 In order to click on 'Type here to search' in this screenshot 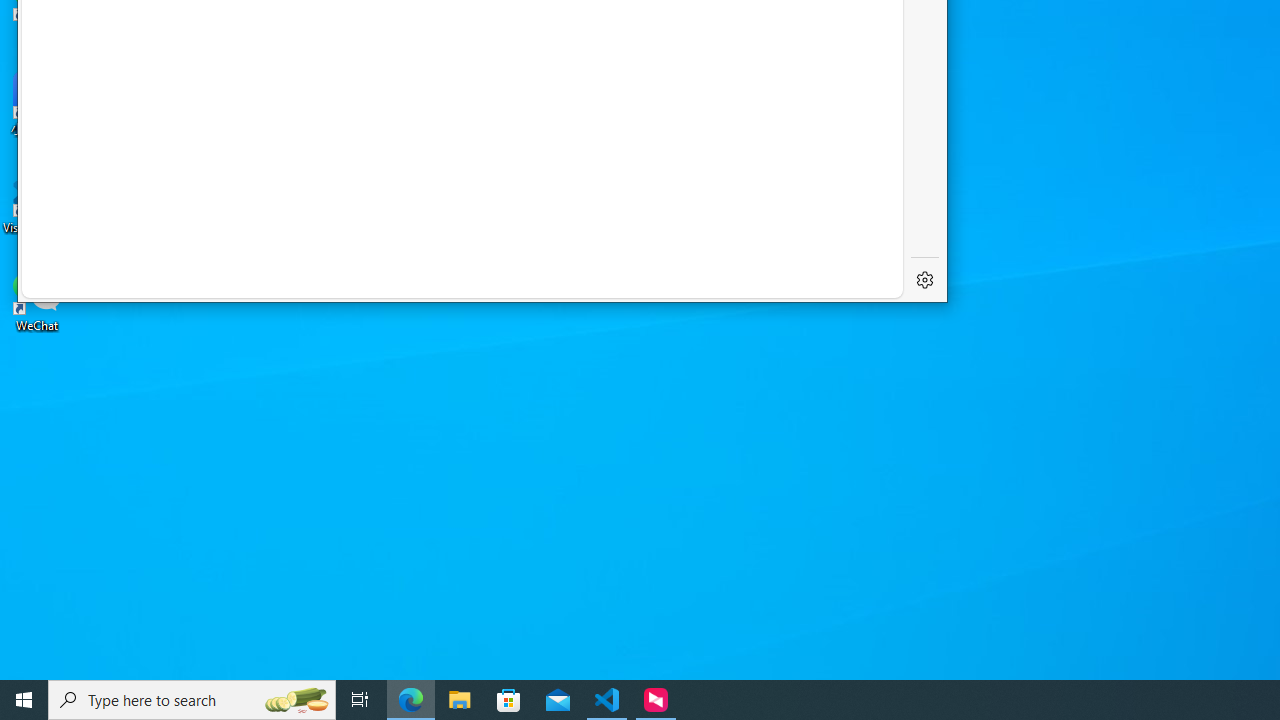, I will do `click(192, 698)`.